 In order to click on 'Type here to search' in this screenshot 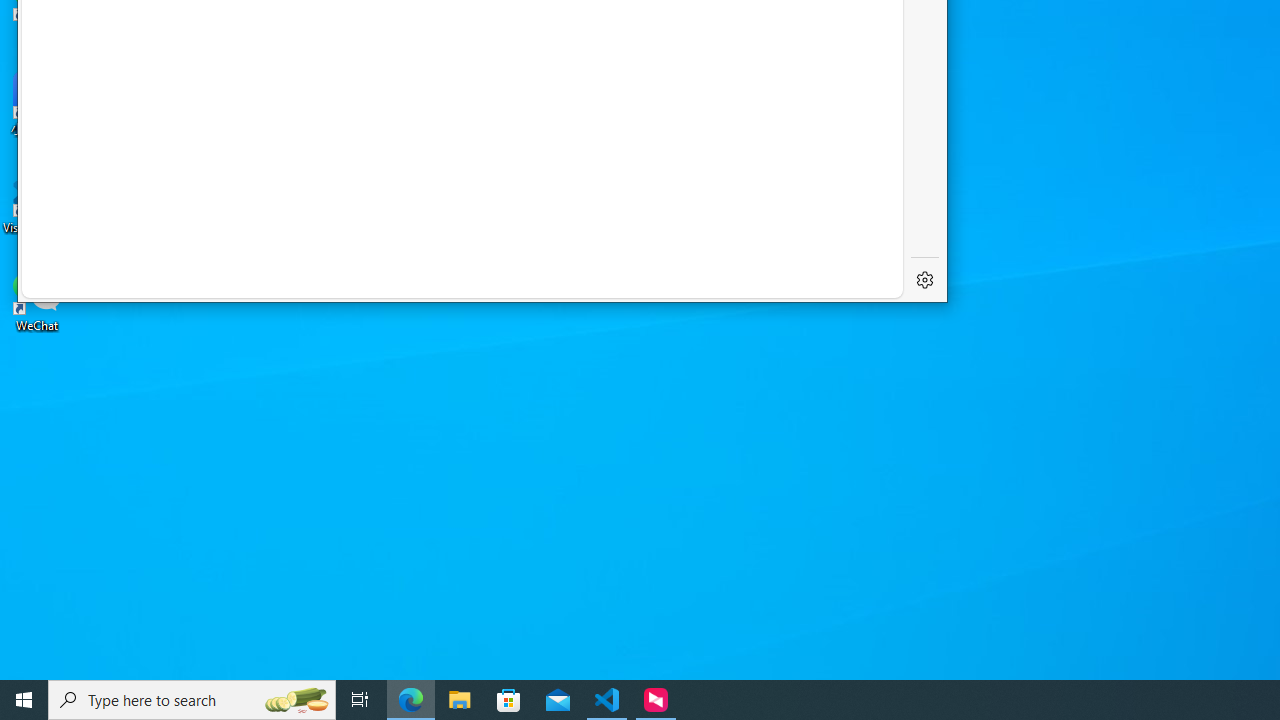, I will do `click(192, 698)`.